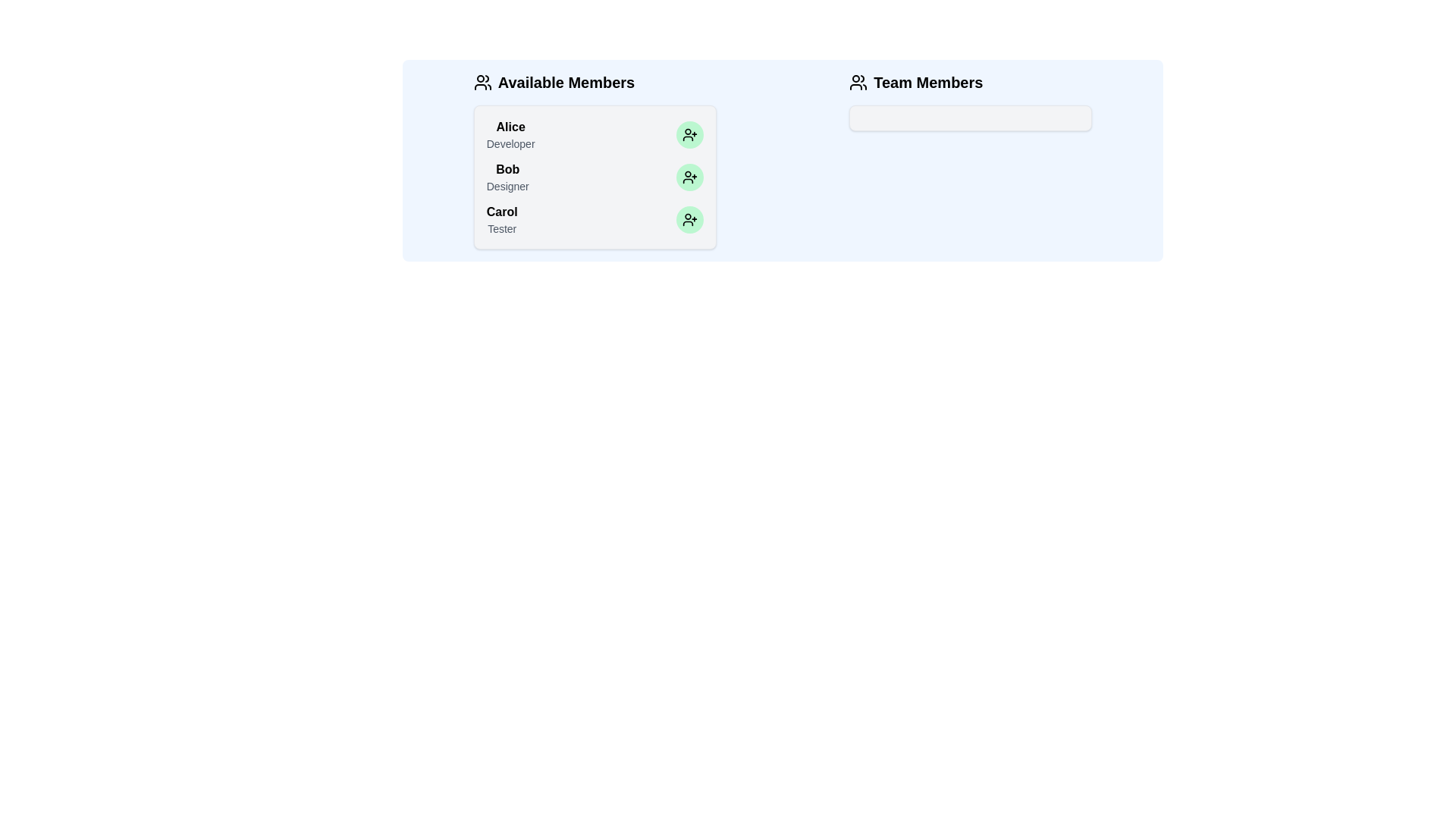 This screenshot has height=819, width=1456. What do you see at coordinates (689, 177) in the screenshot?
I see `the green button next to the name of Bob to transfer them to the team` at bounding box center [689, 177].